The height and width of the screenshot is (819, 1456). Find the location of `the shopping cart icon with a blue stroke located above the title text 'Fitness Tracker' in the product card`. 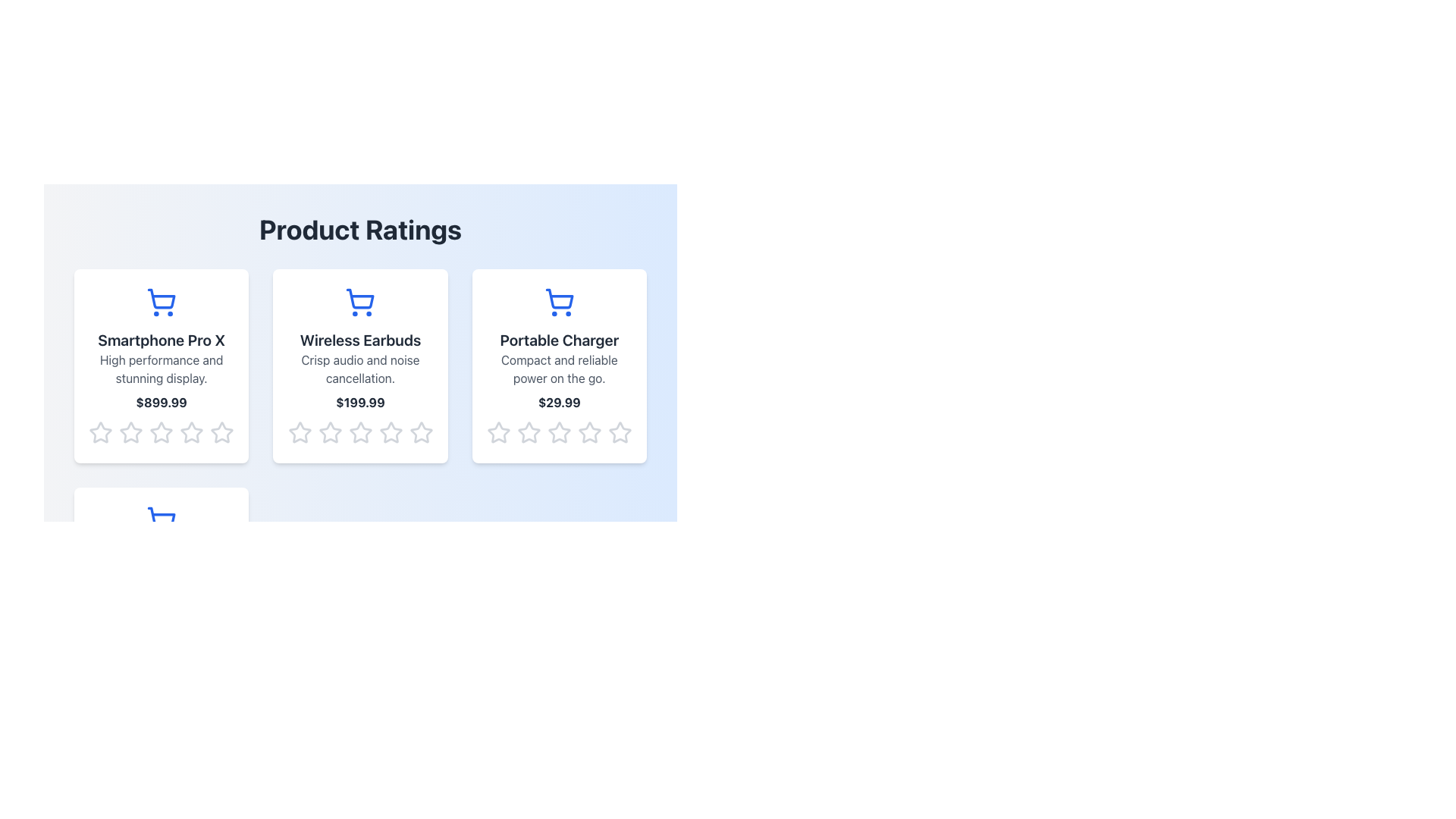

the shopping cart icon with a blue stroke located above the title text 'Fitness Tracker' in the product card is located at coordinates (162, 519).